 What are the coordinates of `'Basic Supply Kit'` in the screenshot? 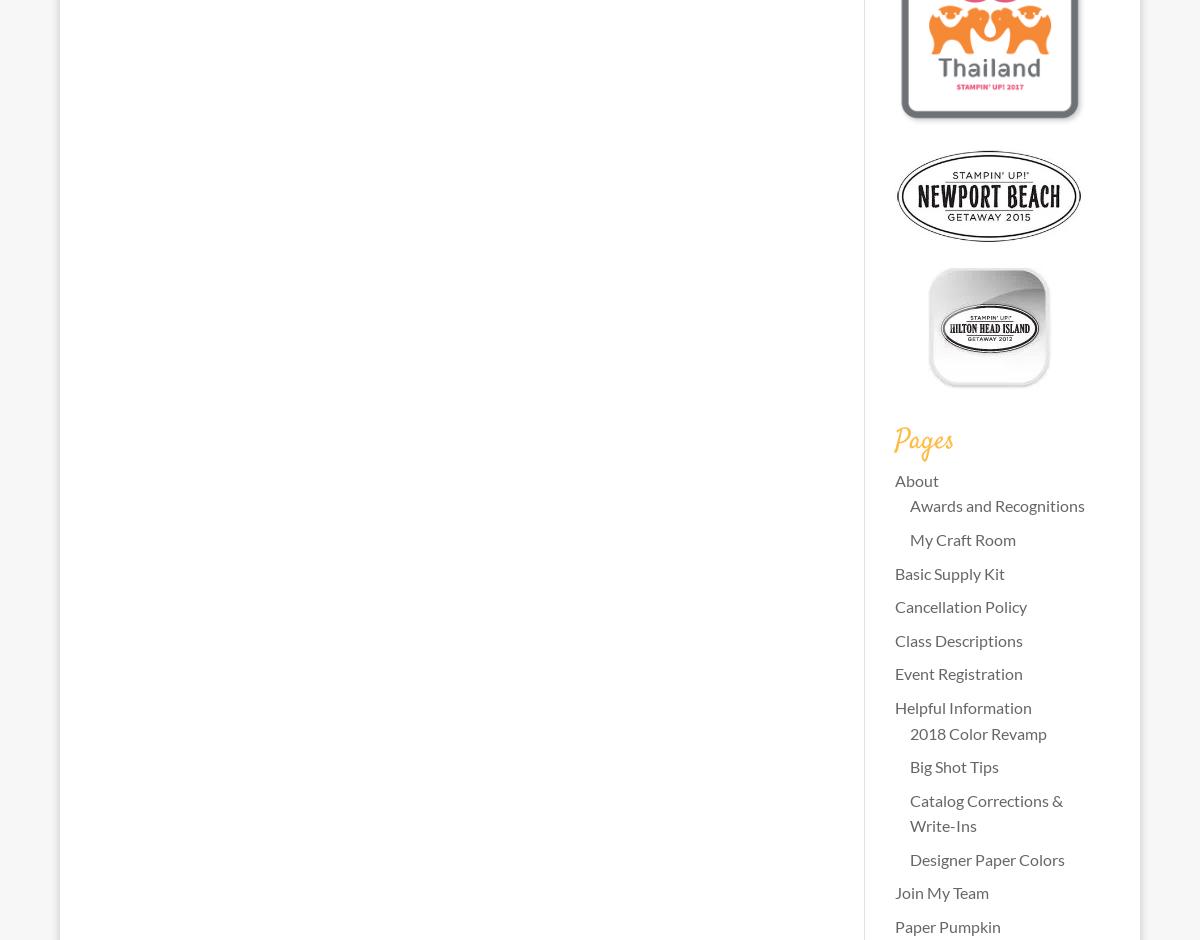 It's located at (948, 572).